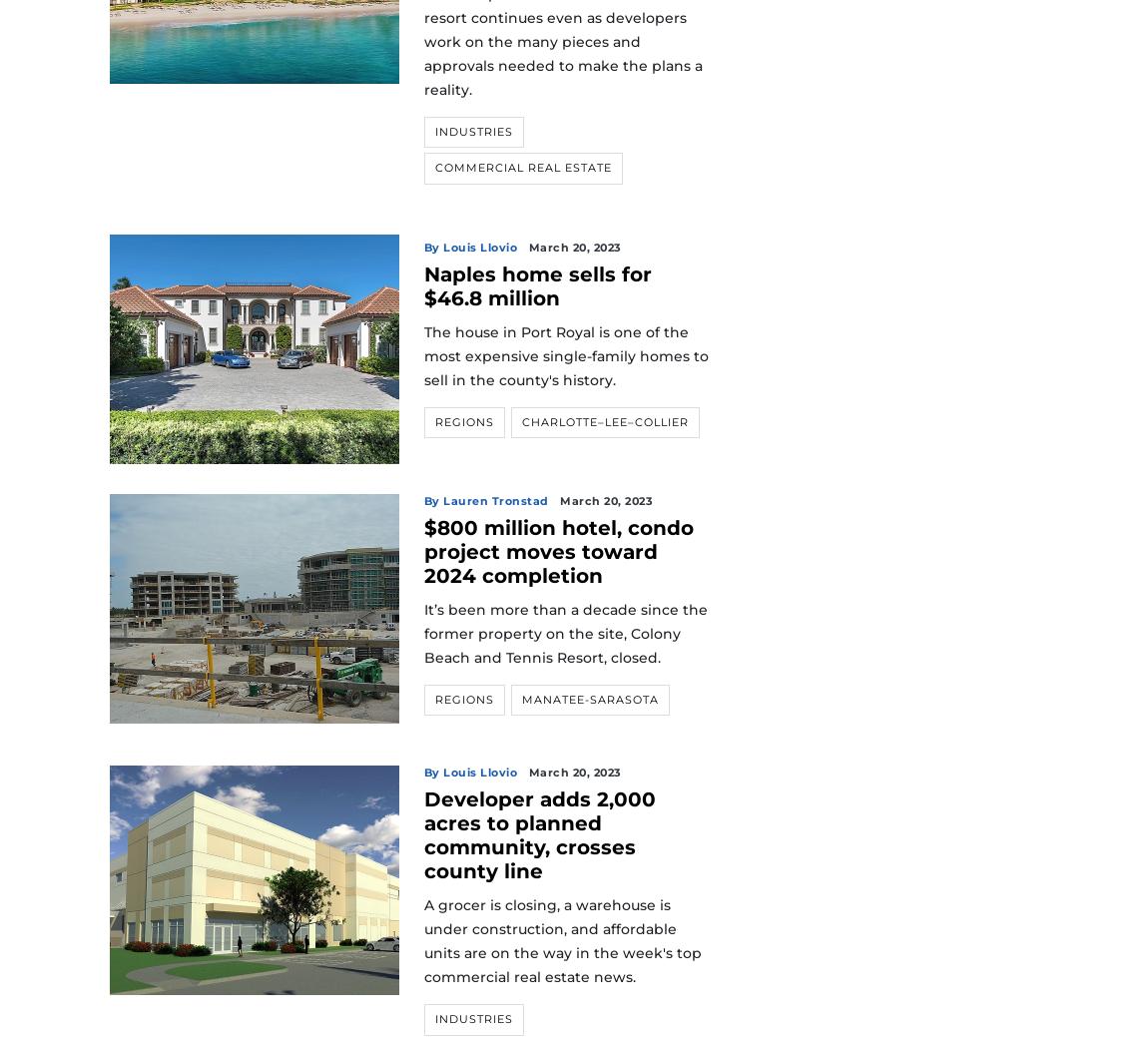  I want to click on 'It’s been more than a decade since the former property on the site, Colony Beach and Tennis Resort, closed.', so click(565, 632).